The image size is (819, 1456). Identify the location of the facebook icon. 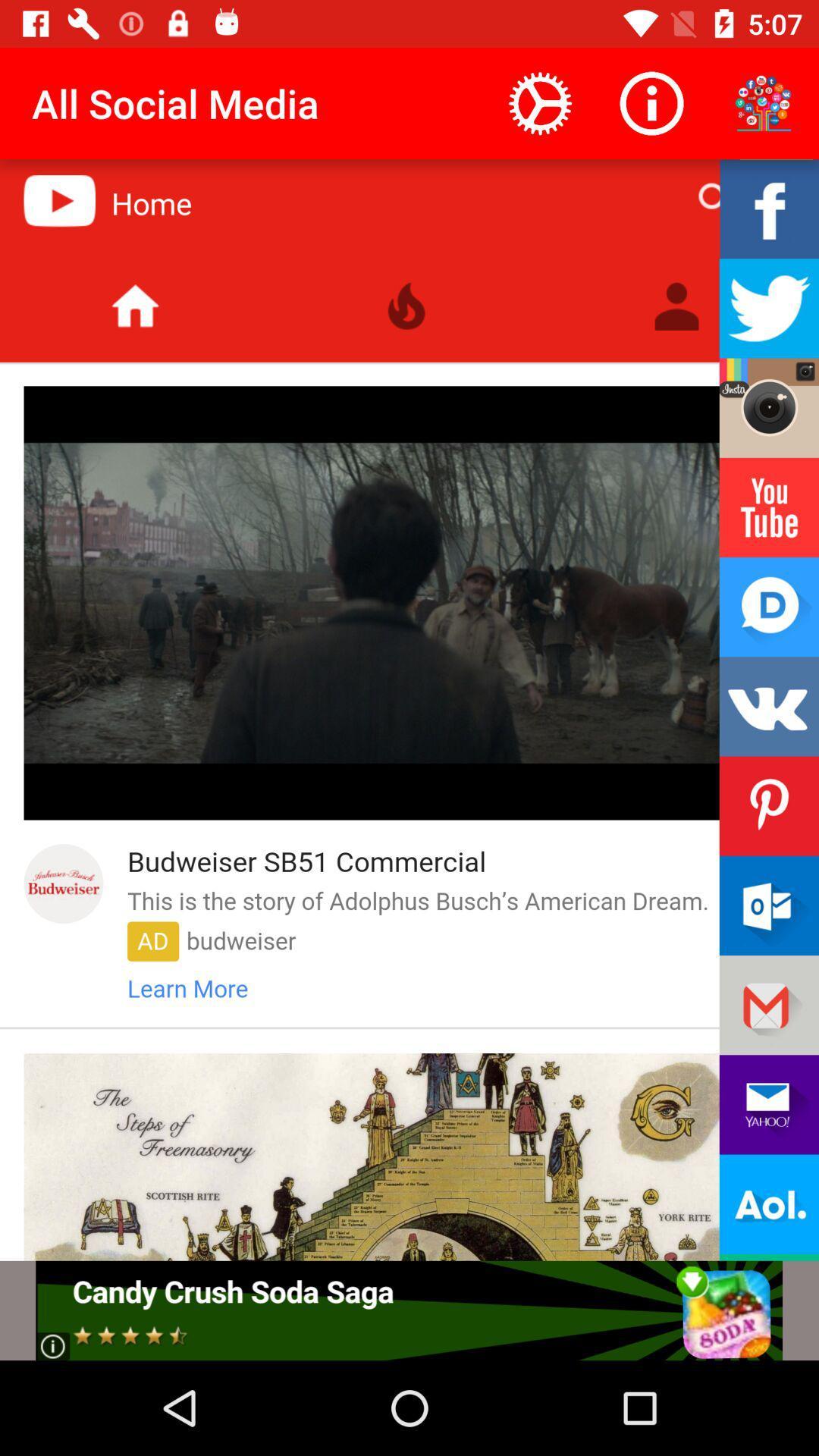
(769, 208).